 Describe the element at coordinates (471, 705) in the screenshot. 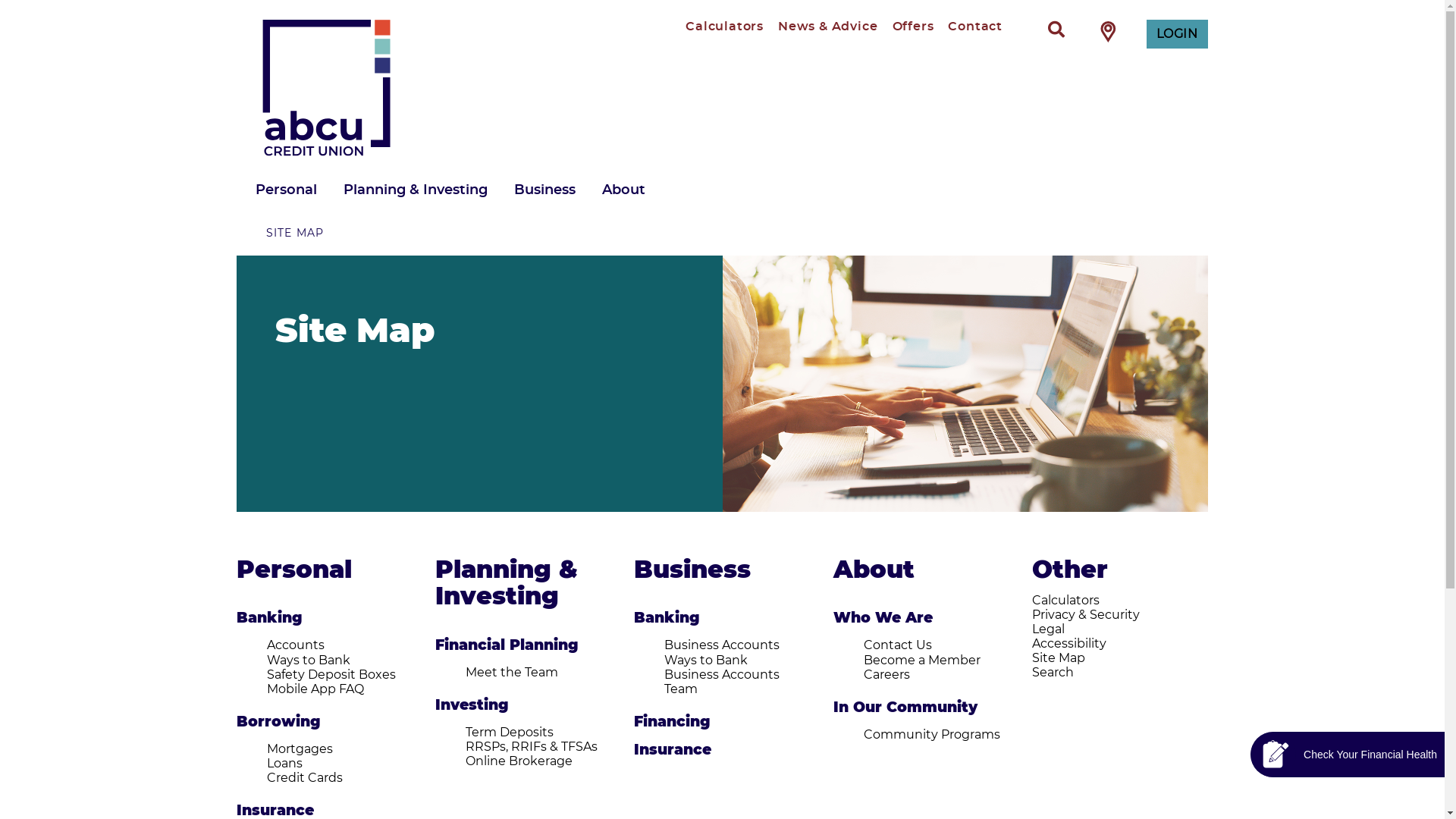

I see `'Investing'` at that location.